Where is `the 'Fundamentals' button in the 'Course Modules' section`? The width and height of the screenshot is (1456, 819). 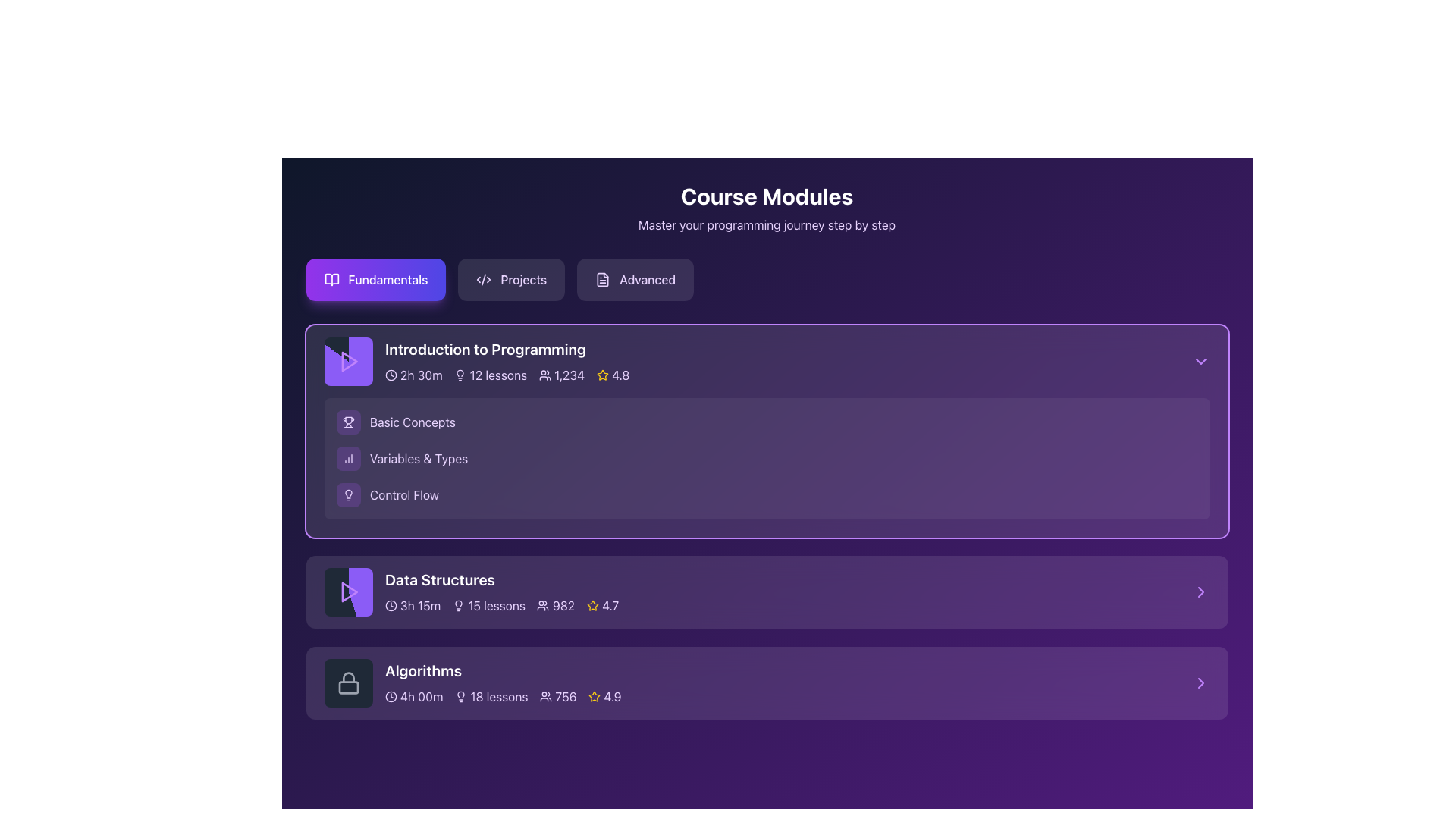
the 'Fundamentals' button in the 'Course Modules' section is located at coordinates (375, 280).